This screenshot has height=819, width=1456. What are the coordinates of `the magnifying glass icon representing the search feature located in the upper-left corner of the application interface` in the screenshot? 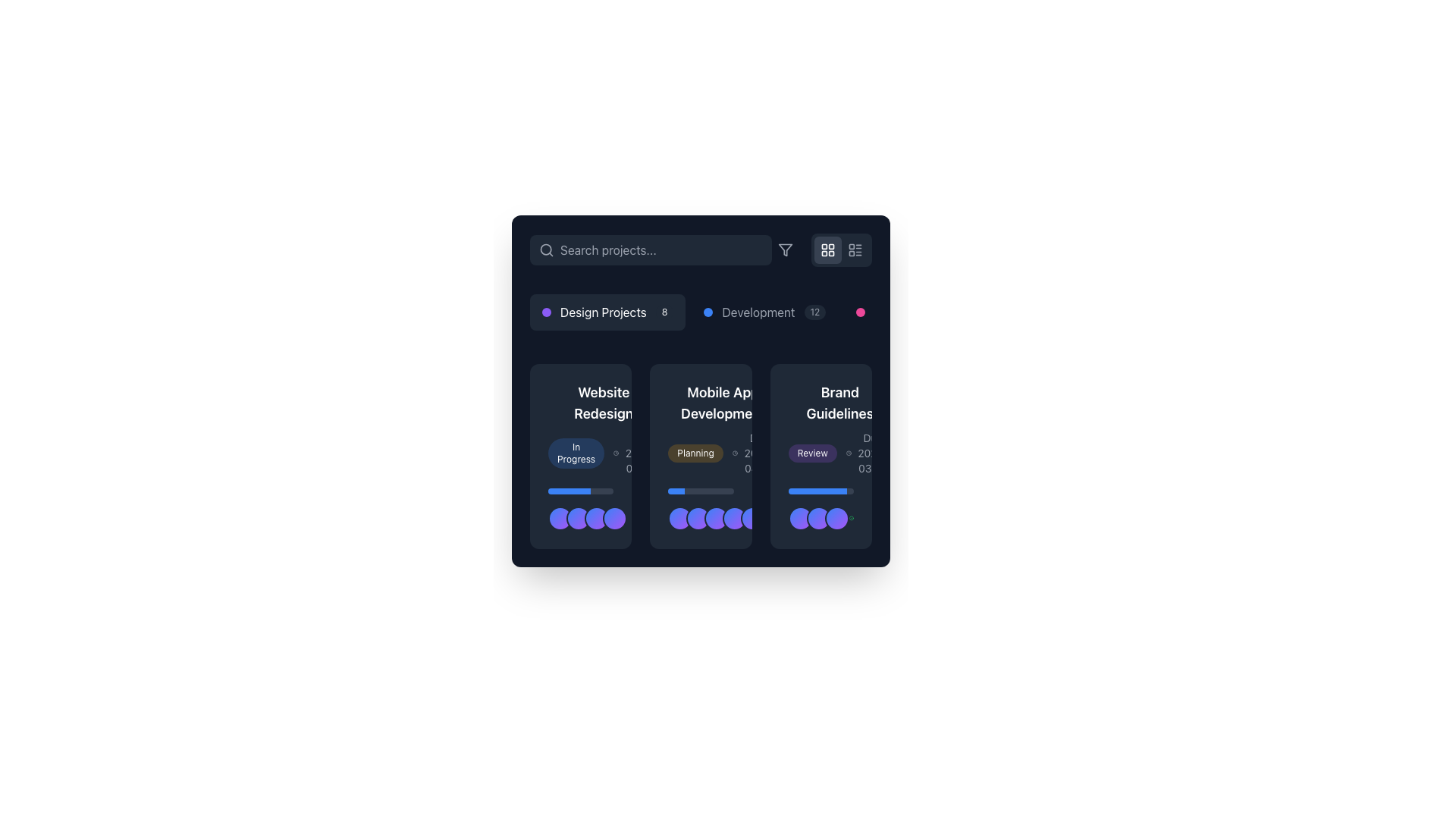 It's located at (546, 249).